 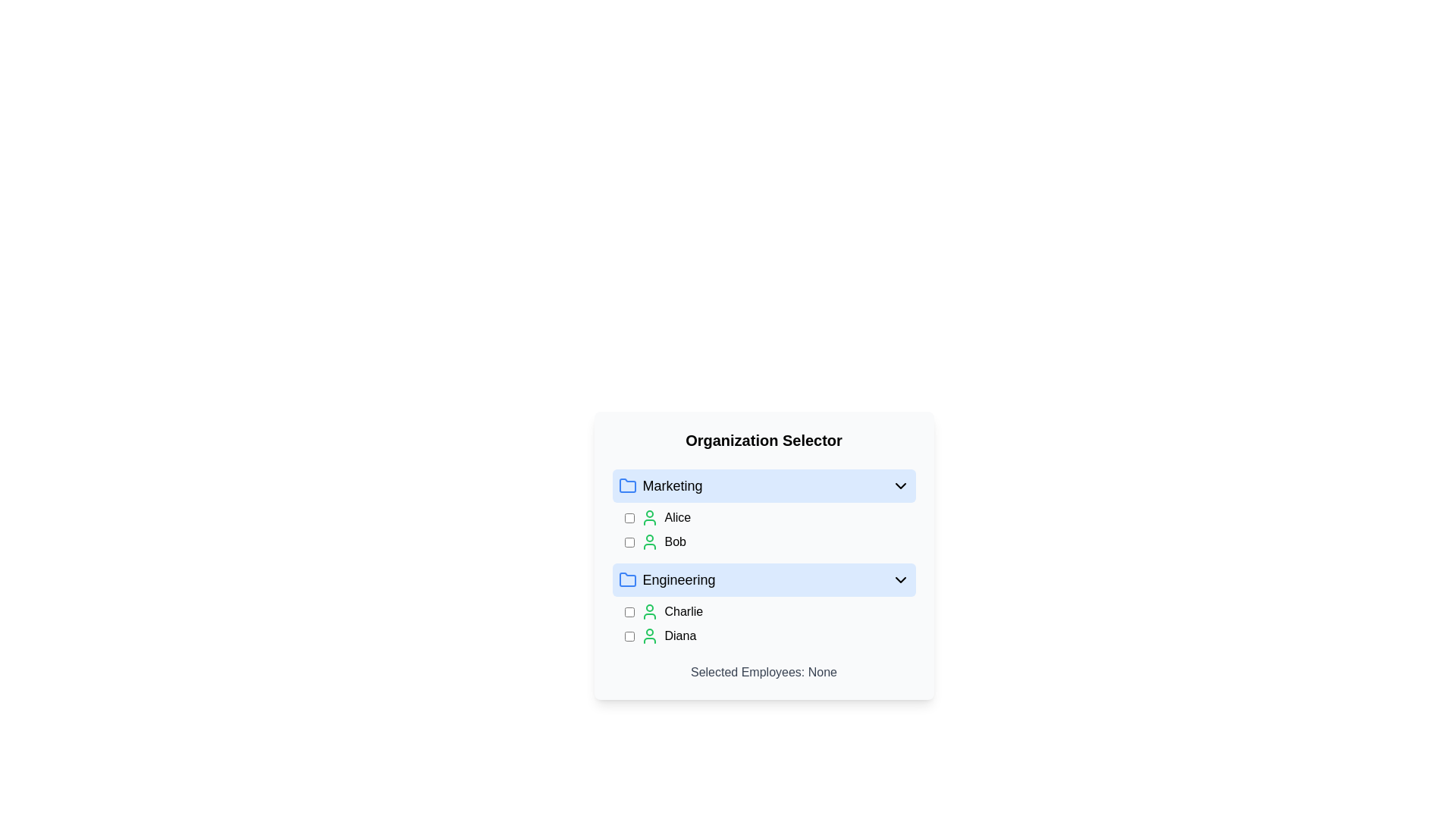 What do you see at coordinates (649, 610) in the screenshot?
I see `the user silhouette icon, which is drawn with green strokes and located next to the name 'Charlie' in the 'Engineering' section of the 'Organization Selector'` at bounding box center [649, 610].